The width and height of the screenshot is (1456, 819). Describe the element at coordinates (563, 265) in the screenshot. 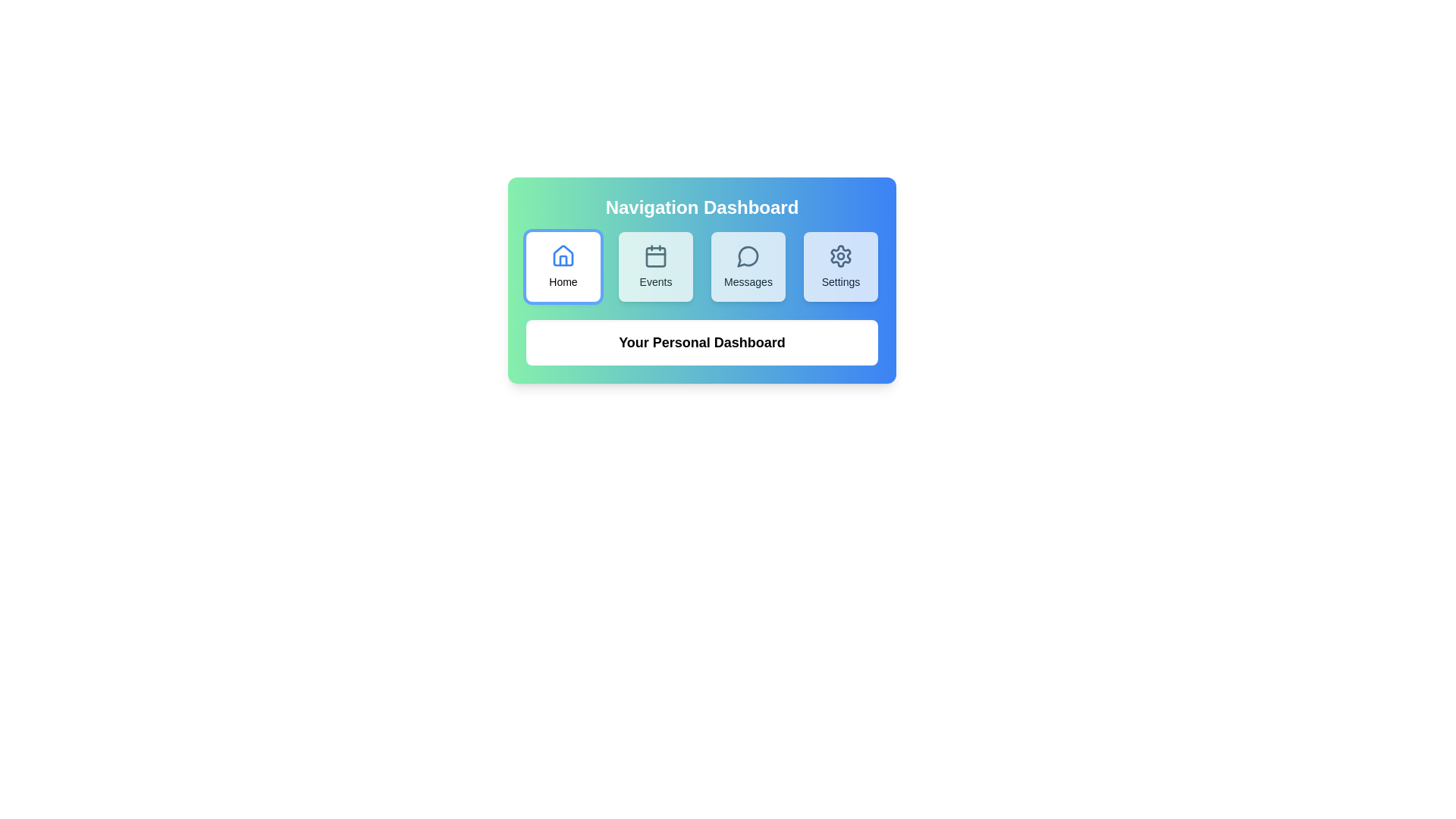

I see `the navigation button located in the top-left section of the grid layout` at that location.